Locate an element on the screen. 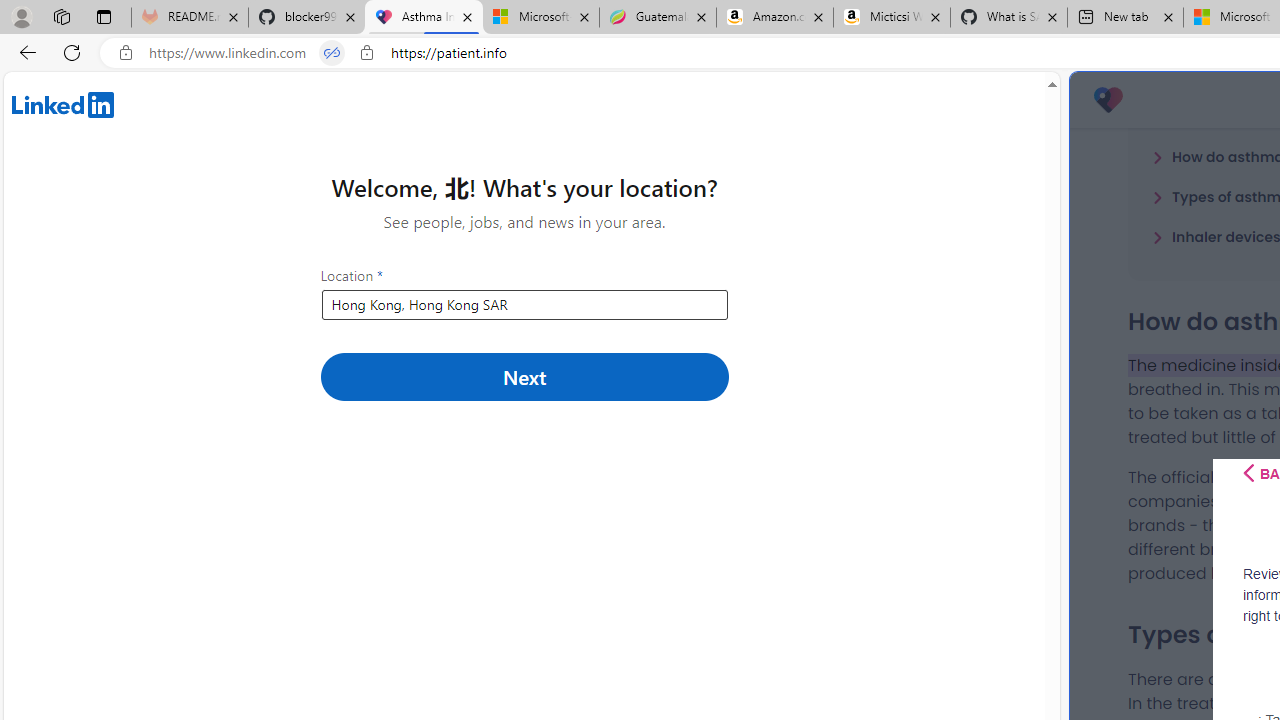 Image resolution: width=1280 pixels, height=720 pixels. 'Refresh' is located at coordinates (72, 51).